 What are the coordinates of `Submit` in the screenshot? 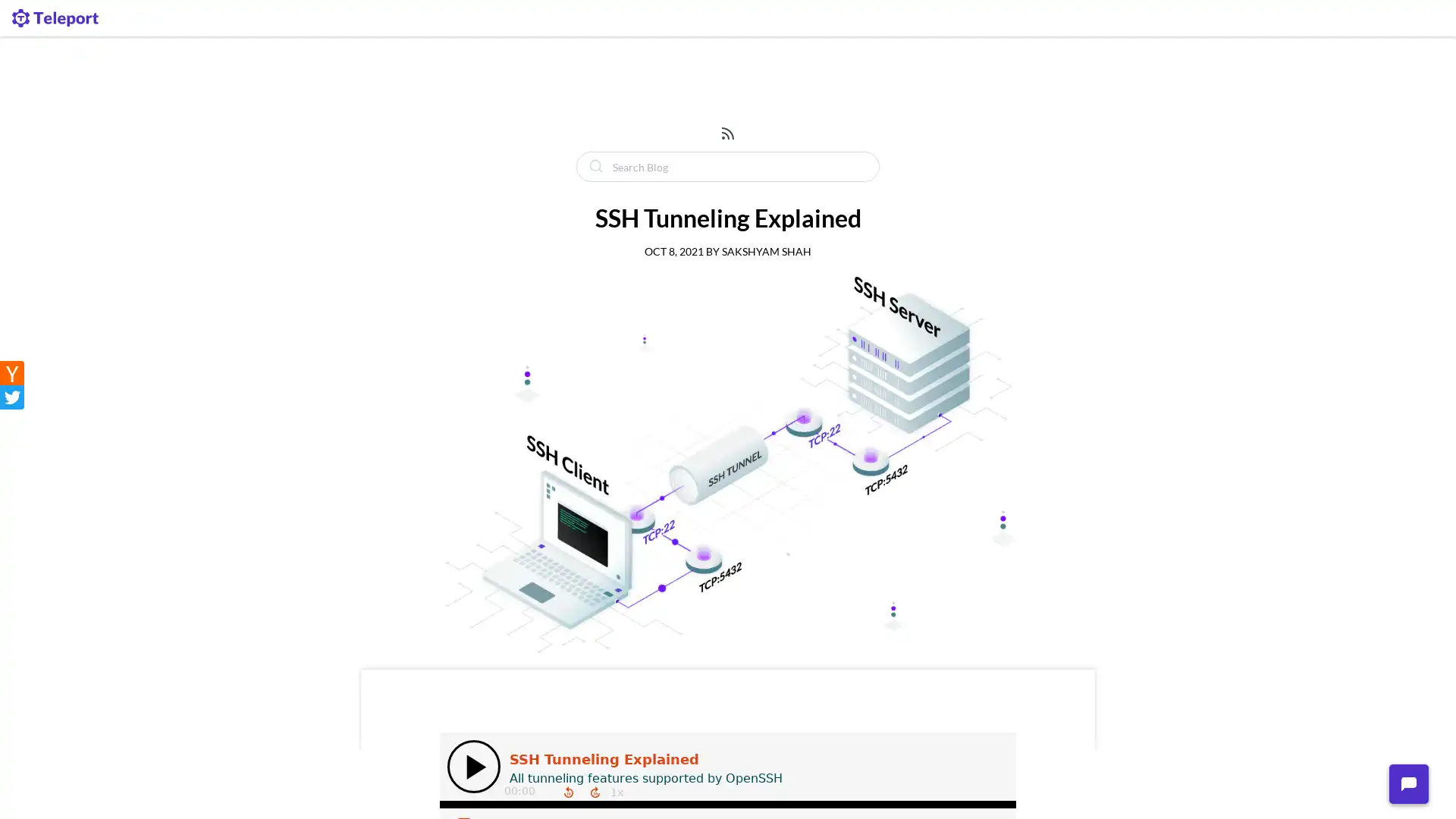 It's located at (594, 166).